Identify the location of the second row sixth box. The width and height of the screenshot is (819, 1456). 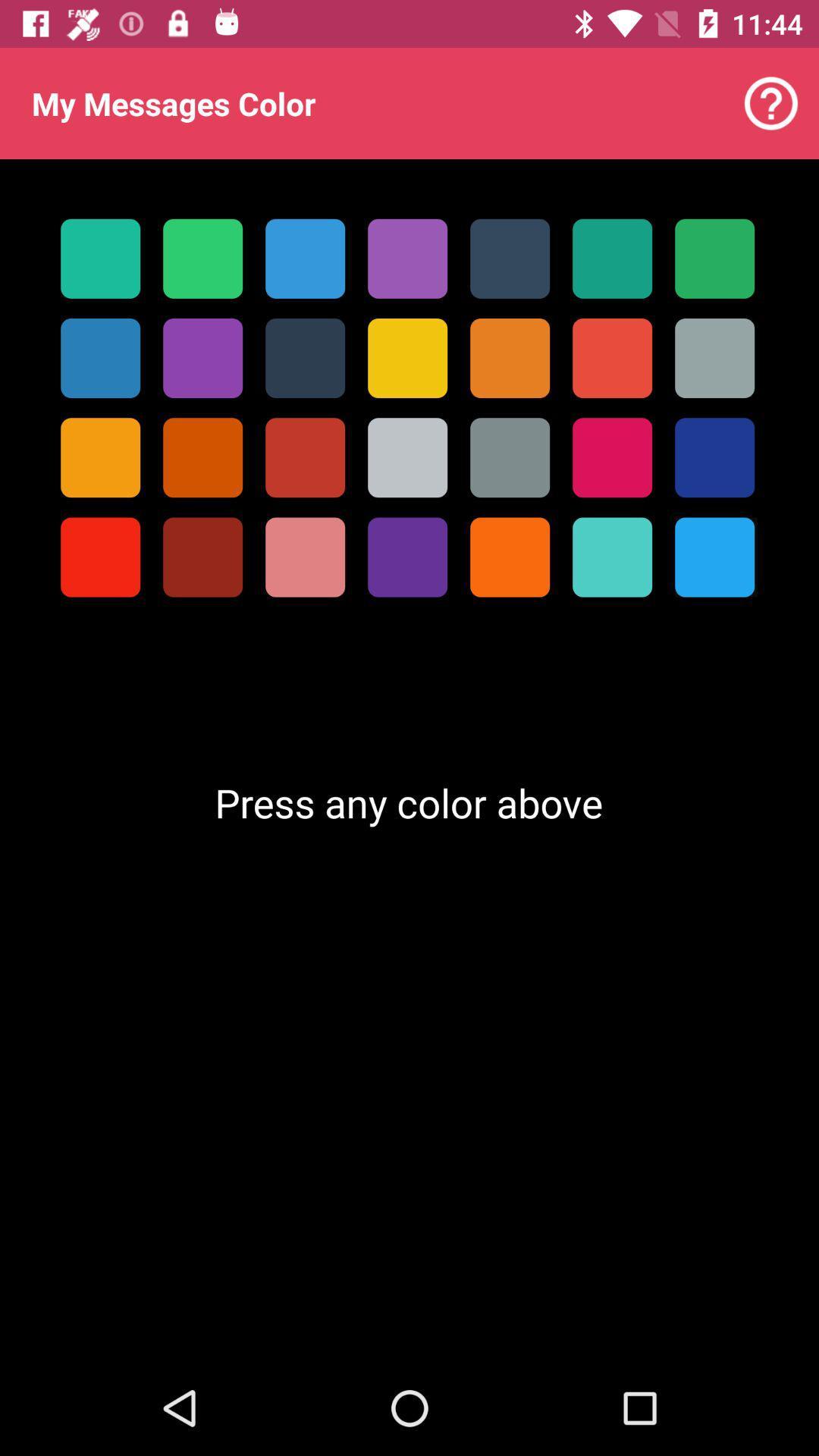
(611, 357).